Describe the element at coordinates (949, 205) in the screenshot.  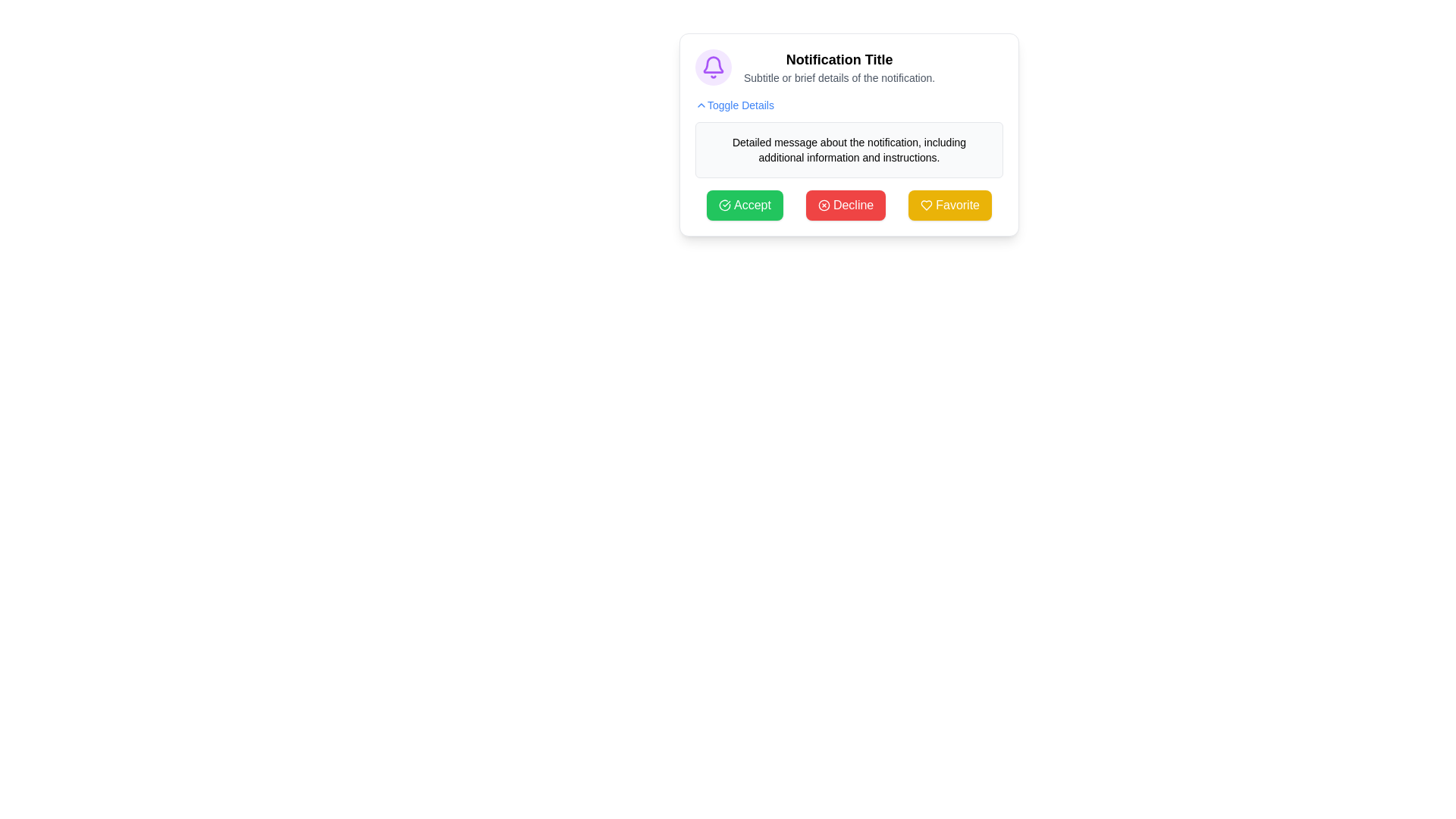
I see `the 'Favorite' button, which is a rectangular button with a yellow background and white text, located in the notification panel near the center of the interface` at that location.